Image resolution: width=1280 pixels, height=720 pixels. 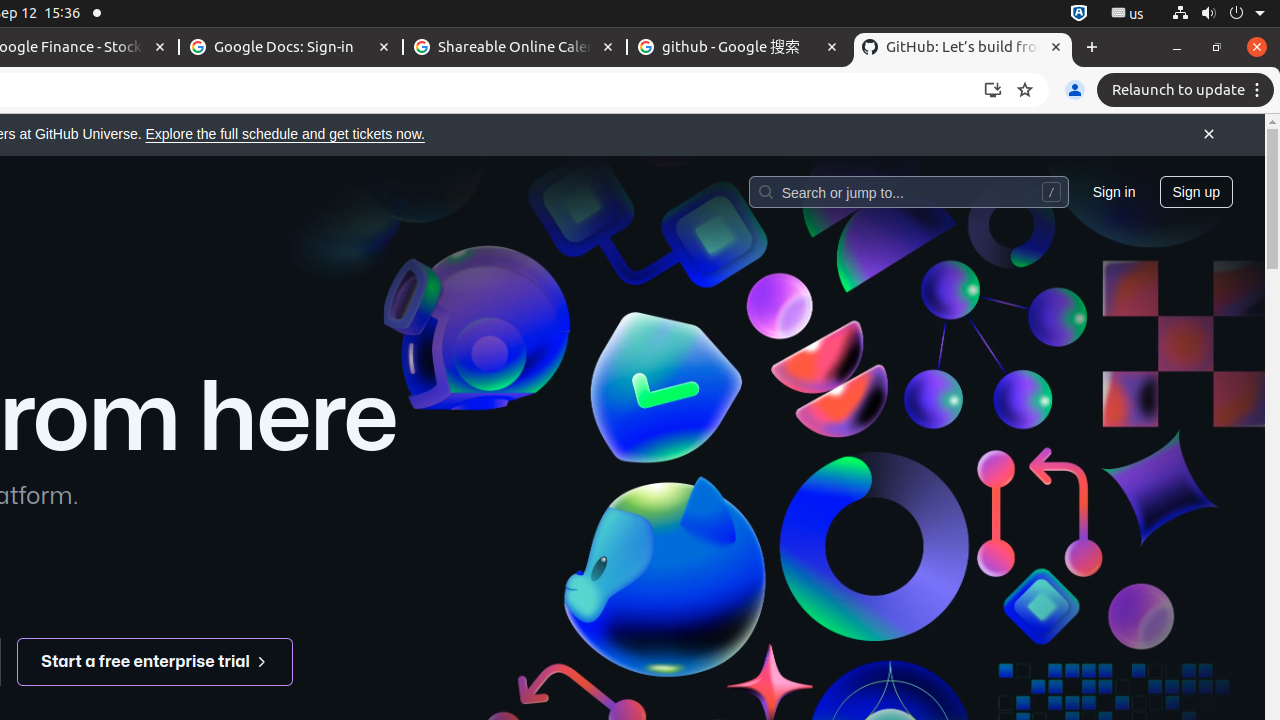 I want to click on 'Bookmark this tab', so click(x=1025, y=90).